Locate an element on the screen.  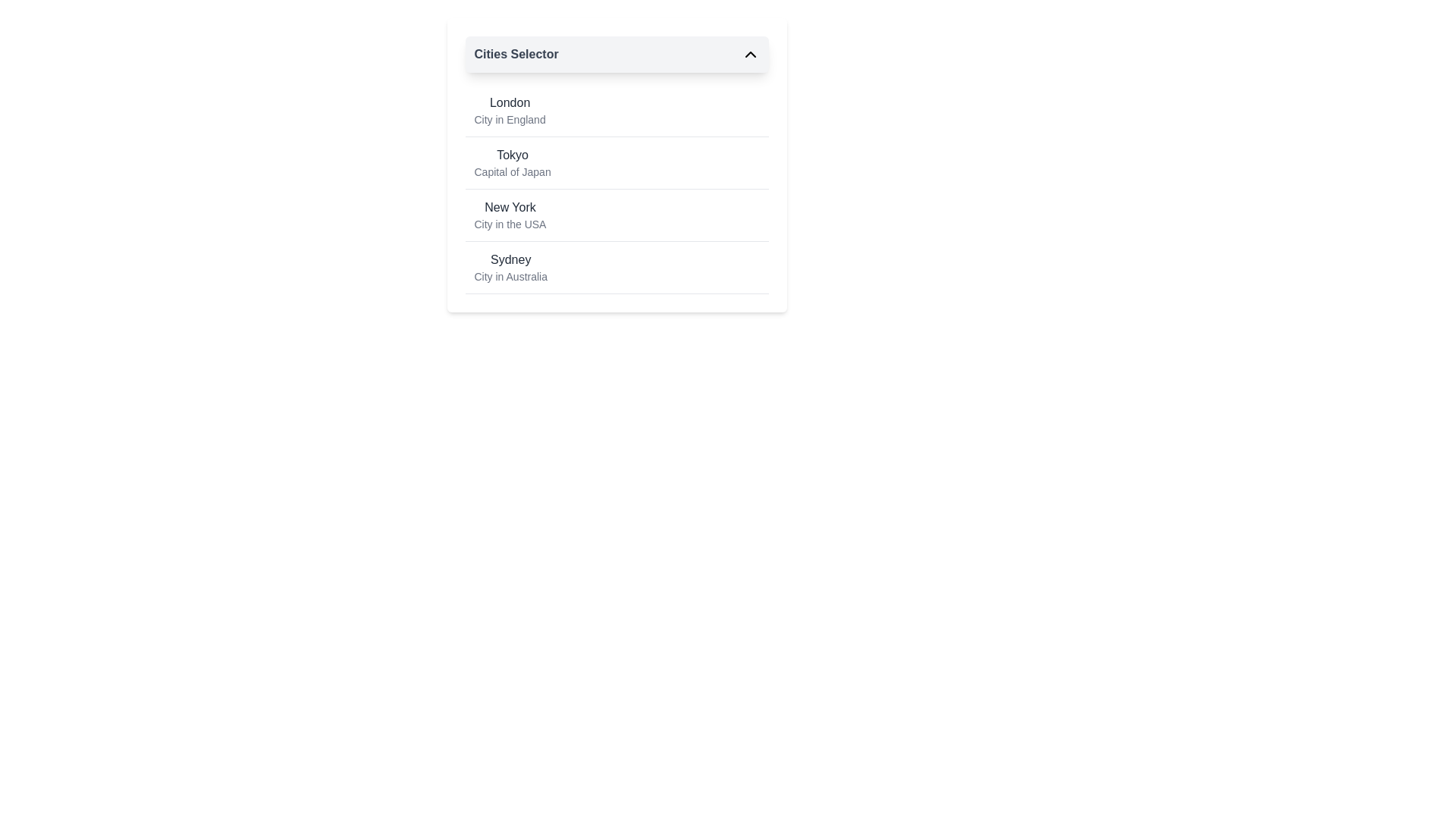
the text label displaying 'City in the USA' which is located below the main title 'New York' in the dropdown menu 'Cities Selector' is located at coordinates (510, 224).